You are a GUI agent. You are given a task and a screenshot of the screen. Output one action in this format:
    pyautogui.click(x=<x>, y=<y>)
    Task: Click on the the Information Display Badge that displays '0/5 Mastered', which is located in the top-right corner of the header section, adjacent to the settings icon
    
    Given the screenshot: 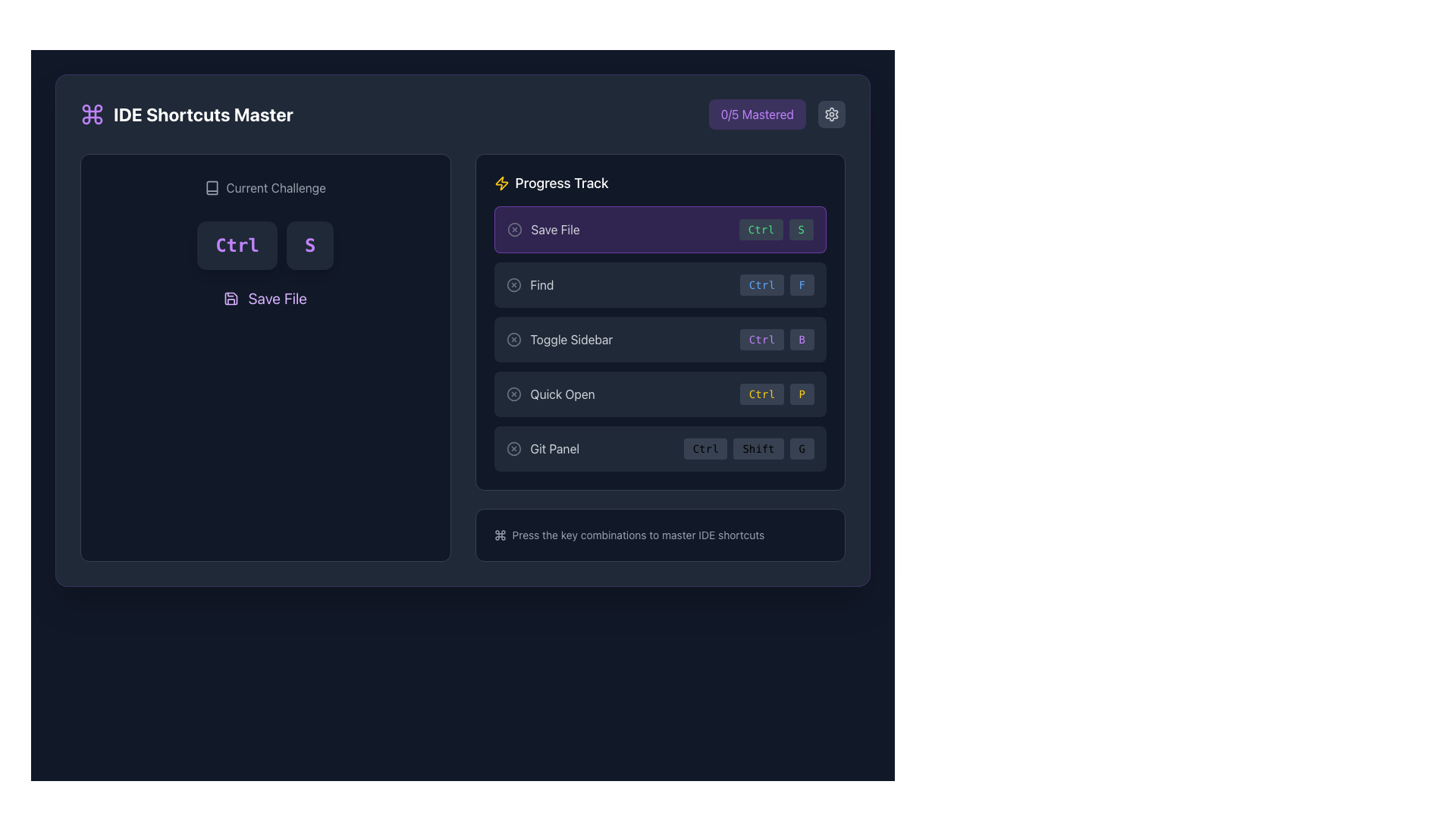 What is the action you would take?
    pyautogui.click(x=777, y=113)
    